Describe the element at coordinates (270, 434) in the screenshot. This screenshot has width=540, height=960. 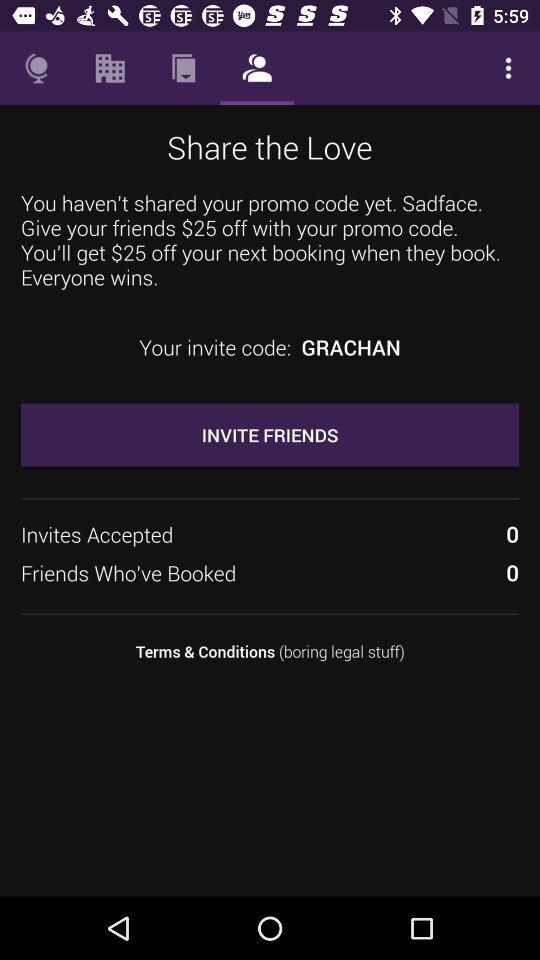
I see `invite friends item` at that location.